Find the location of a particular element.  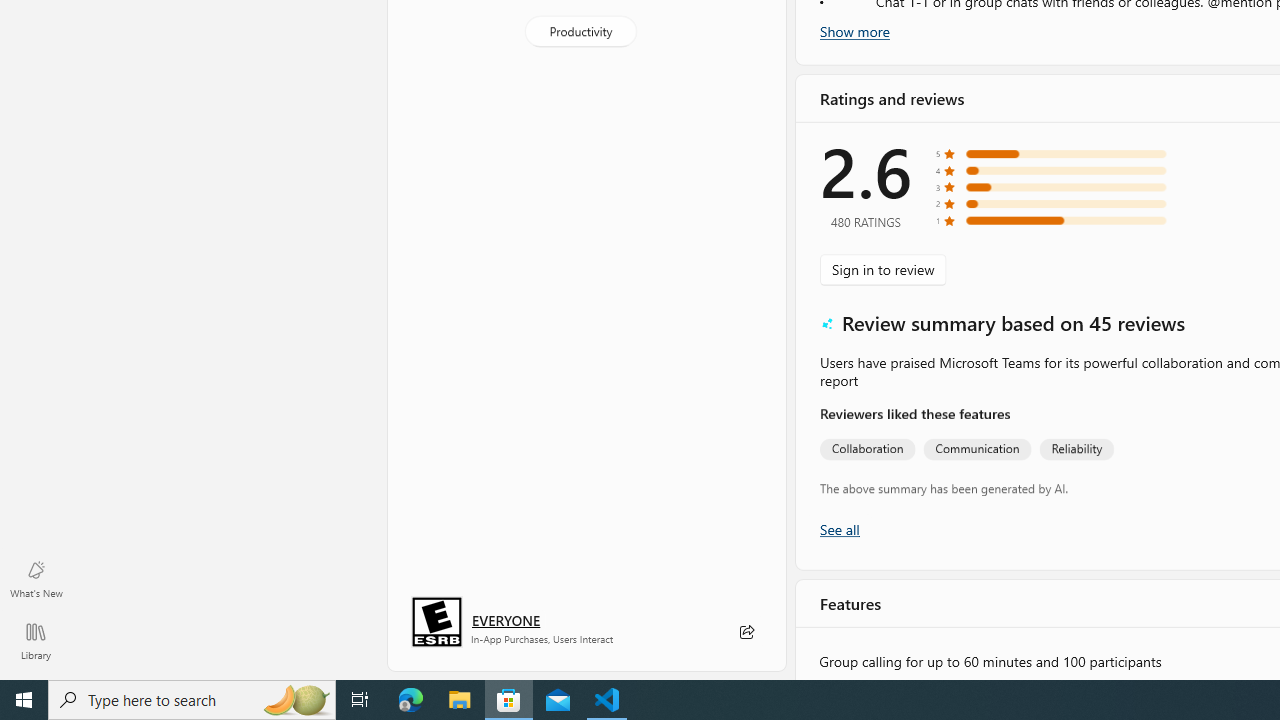

'Sign in to review' is located at coordinates (882, 268).